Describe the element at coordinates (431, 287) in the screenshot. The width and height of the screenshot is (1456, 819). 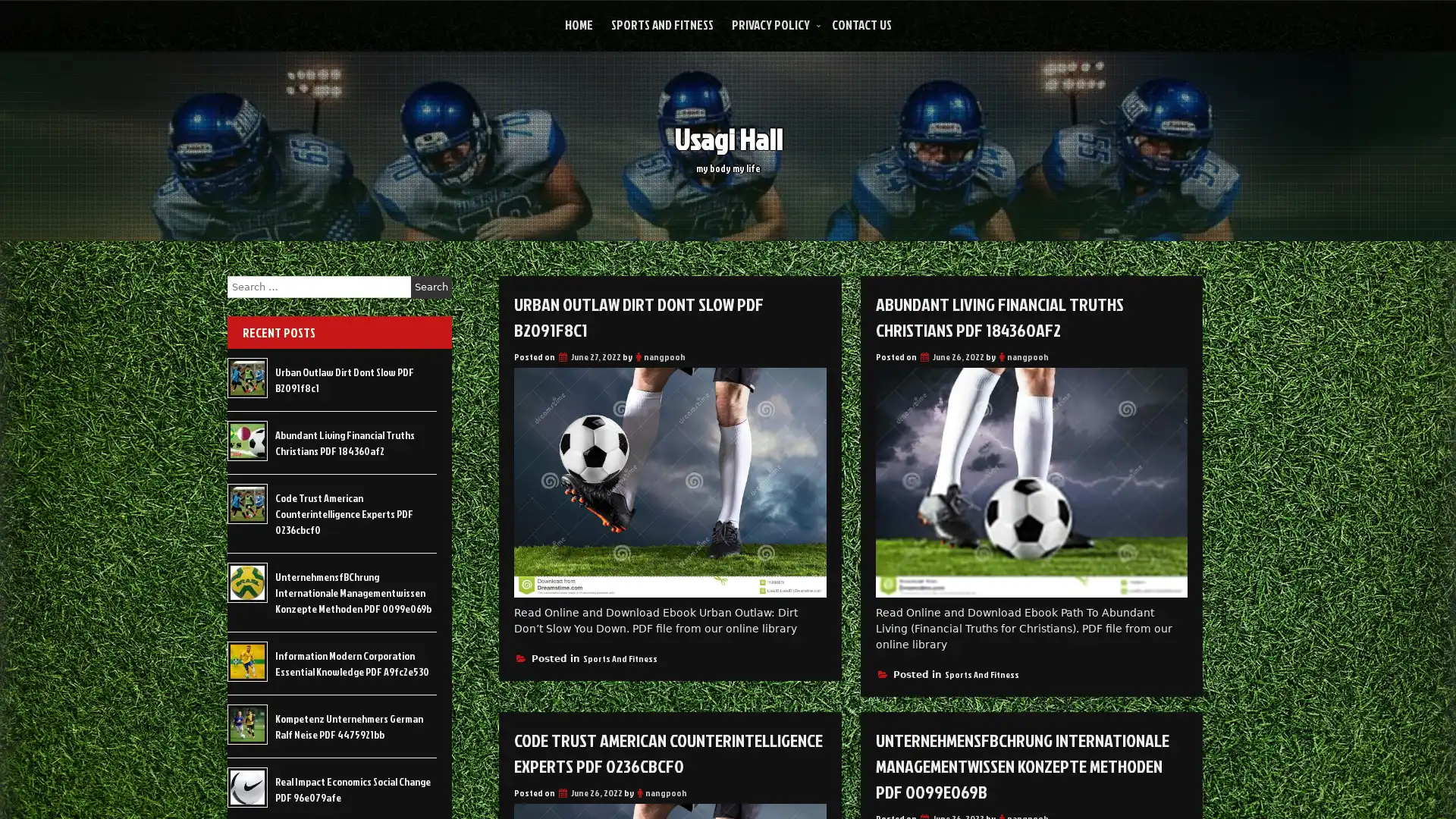
I see `Search` at that location.